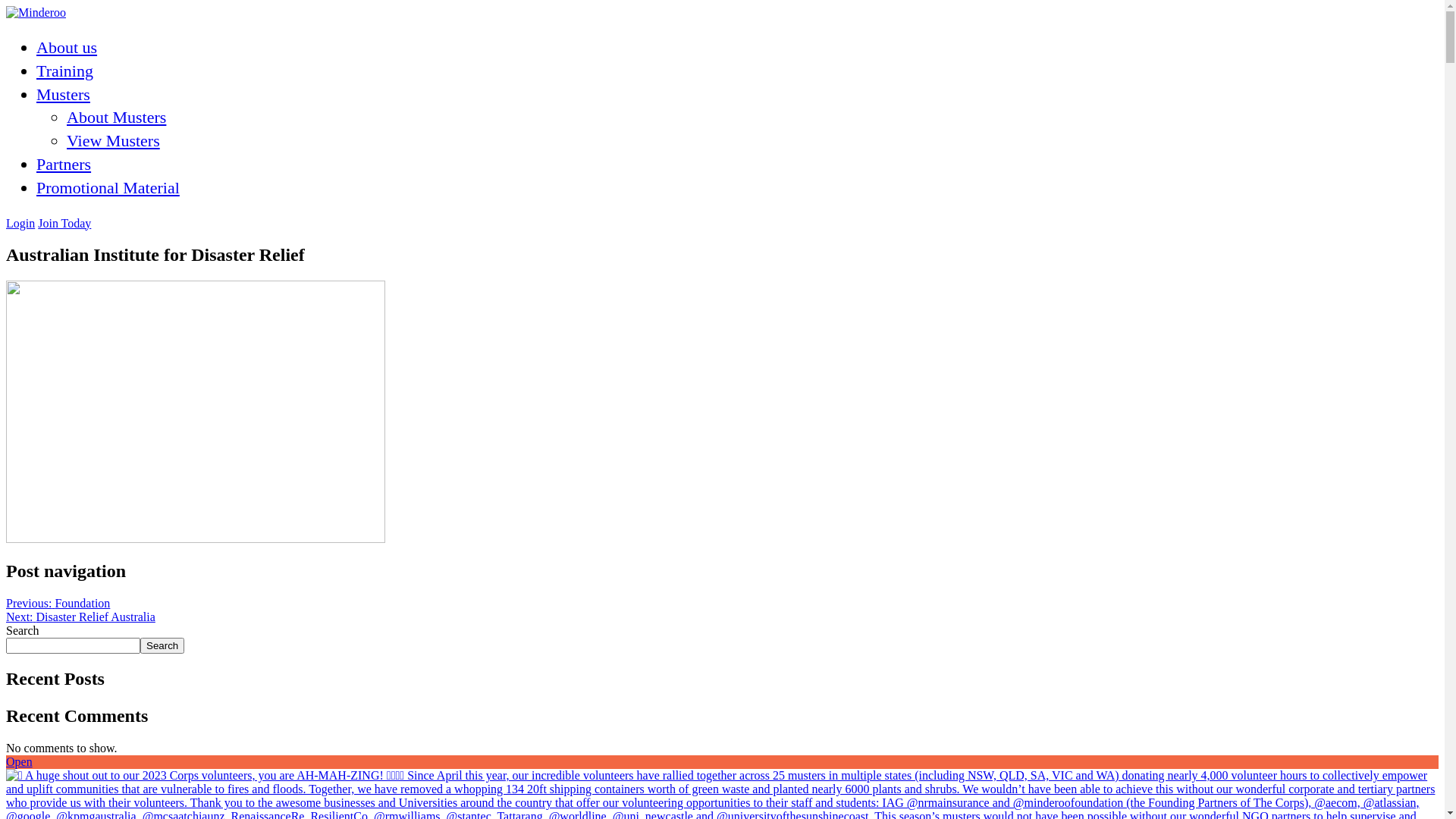  I want to click on 'About us', so click(65, 46).